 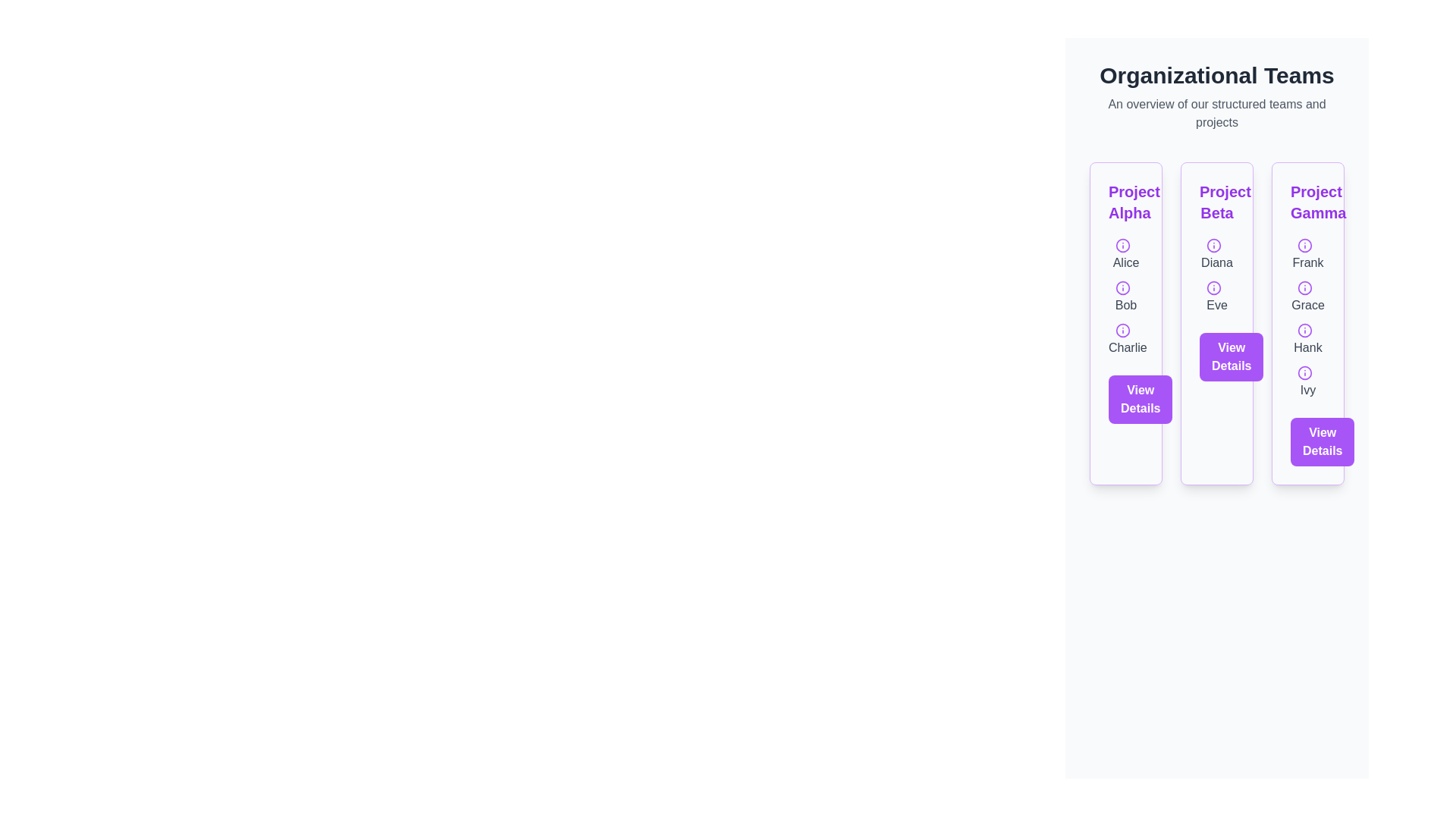 I want to click on text label that displays 'An overview of our structured teams and projects.' located below the heading 'Organizational Teams', so click(x=1216, y=113).